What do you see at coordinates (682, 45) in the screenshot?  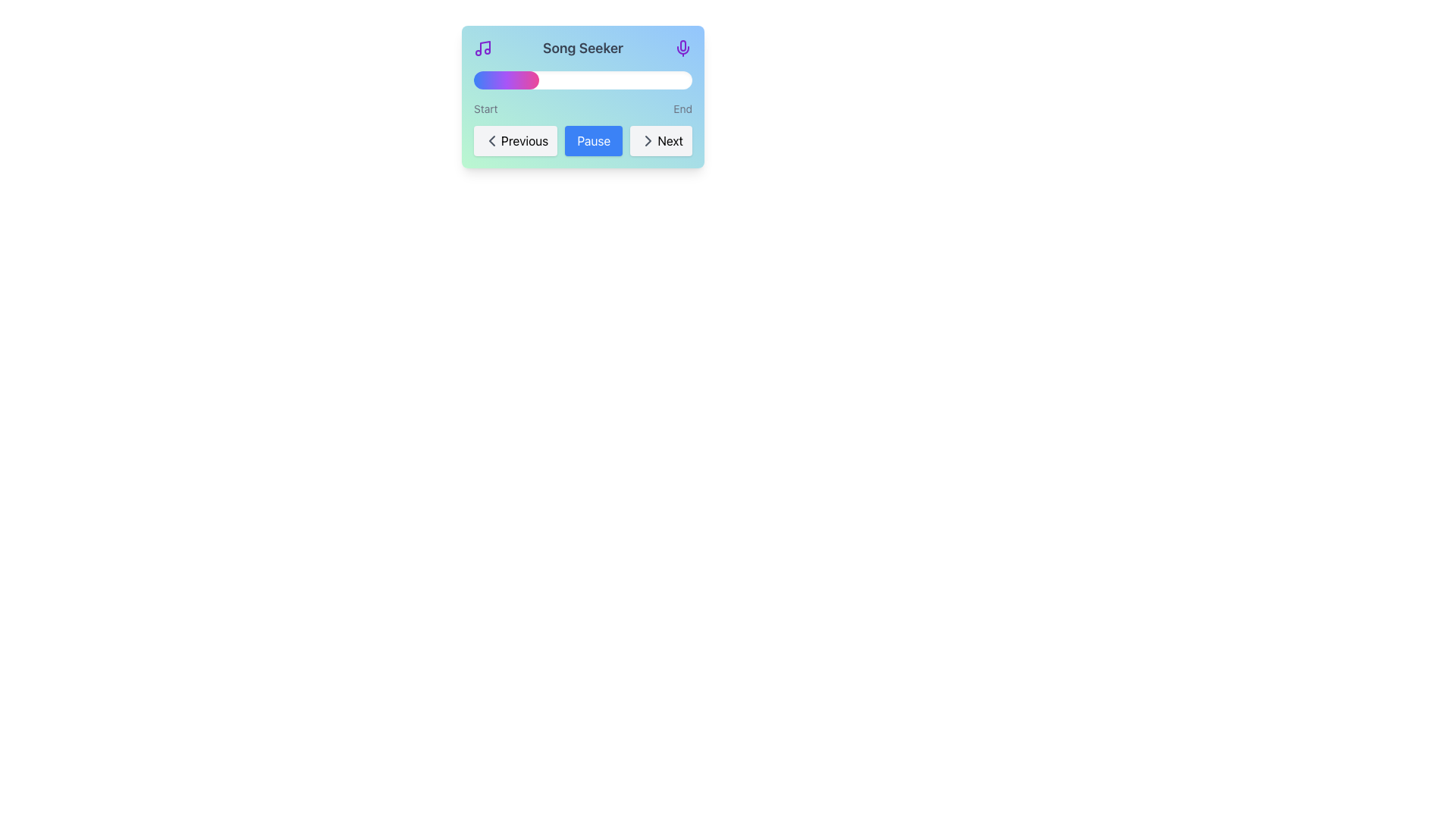 I see `the microphone icon's sub-component, which is a purple rounded capsule shape located in the upper-right corner of the card interface` at bounding box center [682, 45].